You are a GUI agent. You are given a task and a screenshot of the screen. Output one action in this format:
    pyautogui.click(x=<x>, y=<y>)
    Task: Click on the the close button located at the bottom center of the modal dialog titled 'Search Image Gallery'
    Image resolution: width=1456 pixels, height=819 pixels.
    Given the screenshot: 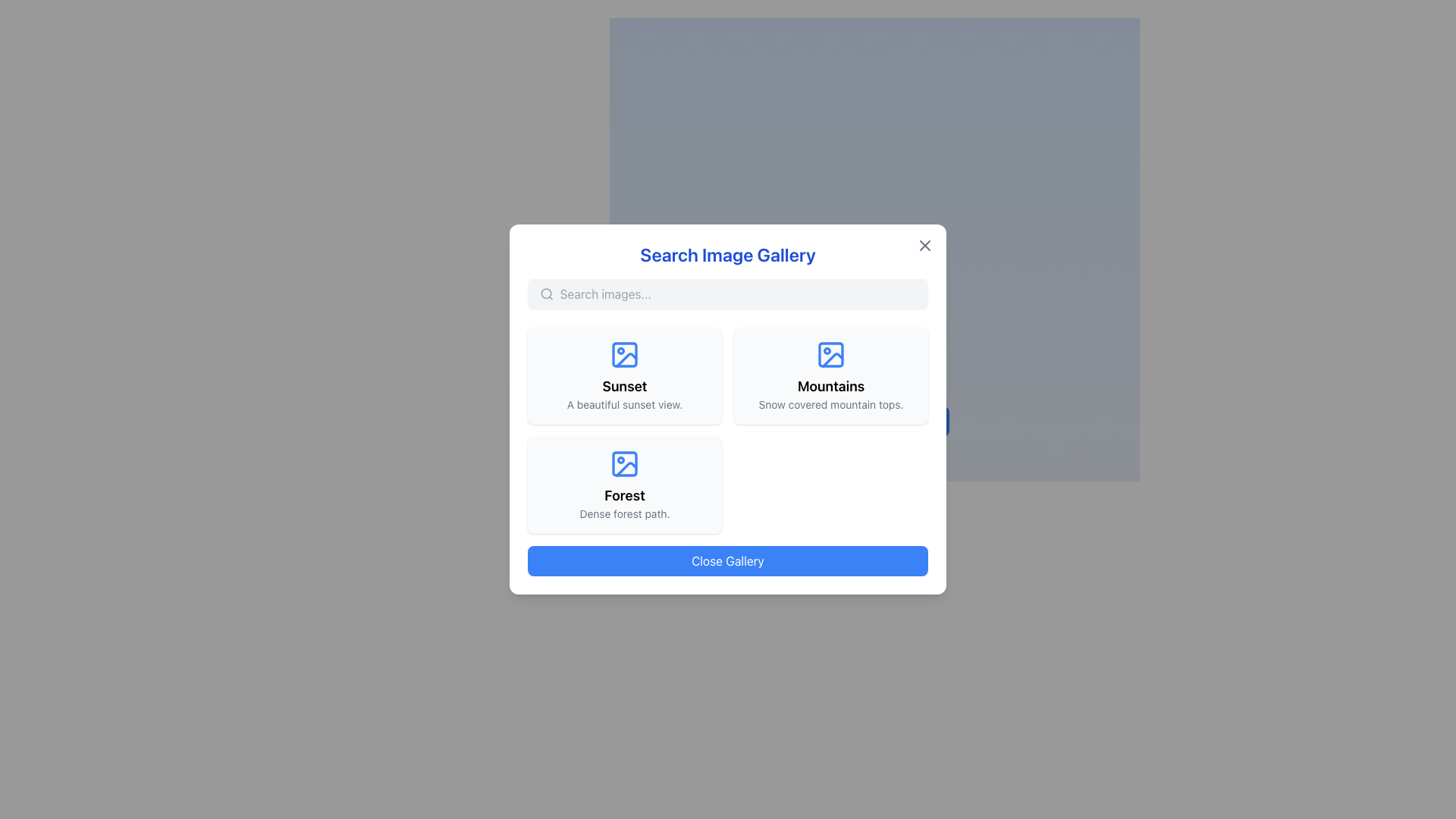 What is the action you would take?
    pyautogui.click(x=728, y=561)
    